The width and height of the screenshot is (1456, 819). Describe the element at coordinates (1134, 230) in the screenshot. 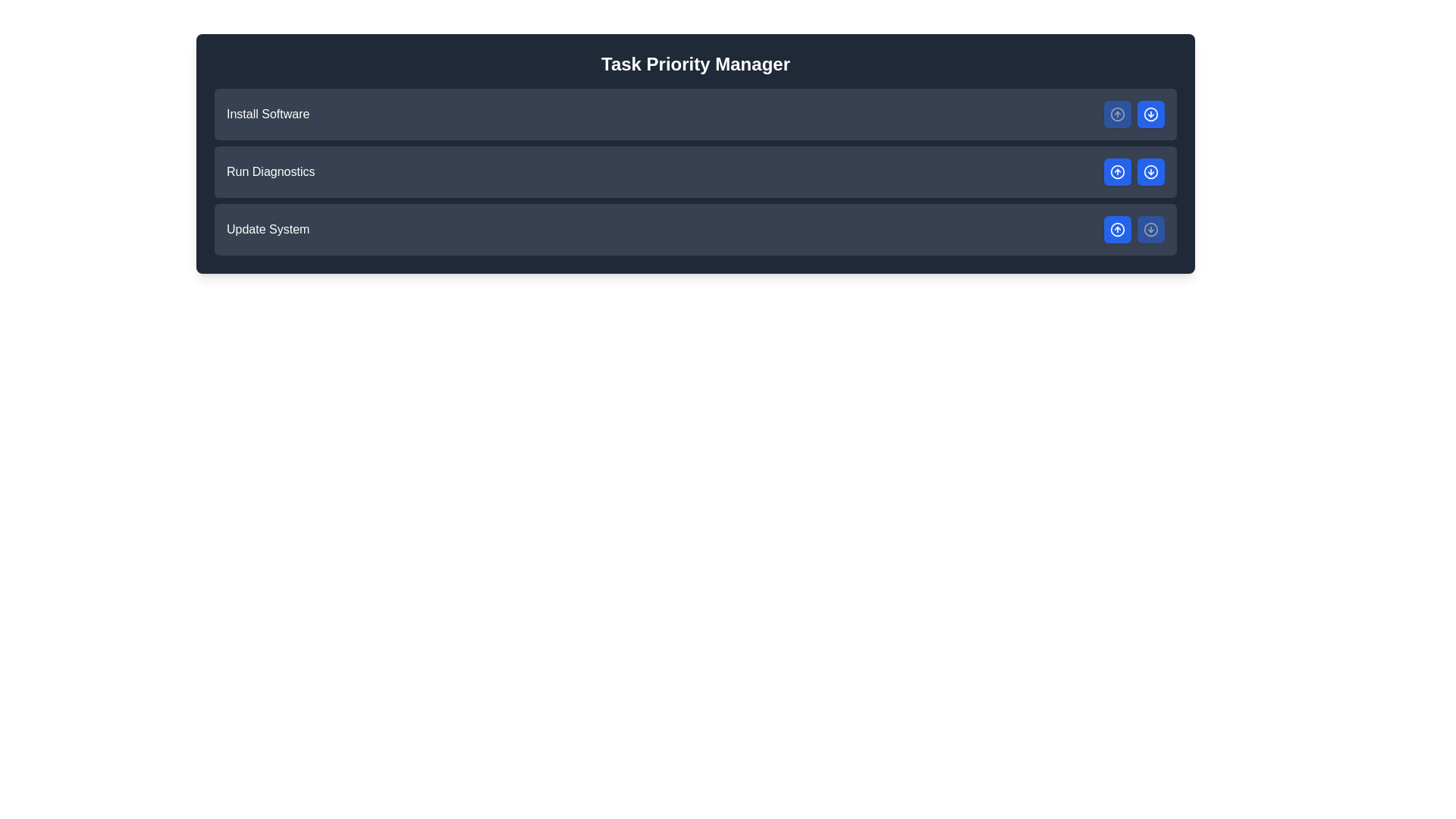

I see `the right button of the composite UI element with two arrow buttons to decrease priority, which is visually represented with a downward arrow icon` at that location.